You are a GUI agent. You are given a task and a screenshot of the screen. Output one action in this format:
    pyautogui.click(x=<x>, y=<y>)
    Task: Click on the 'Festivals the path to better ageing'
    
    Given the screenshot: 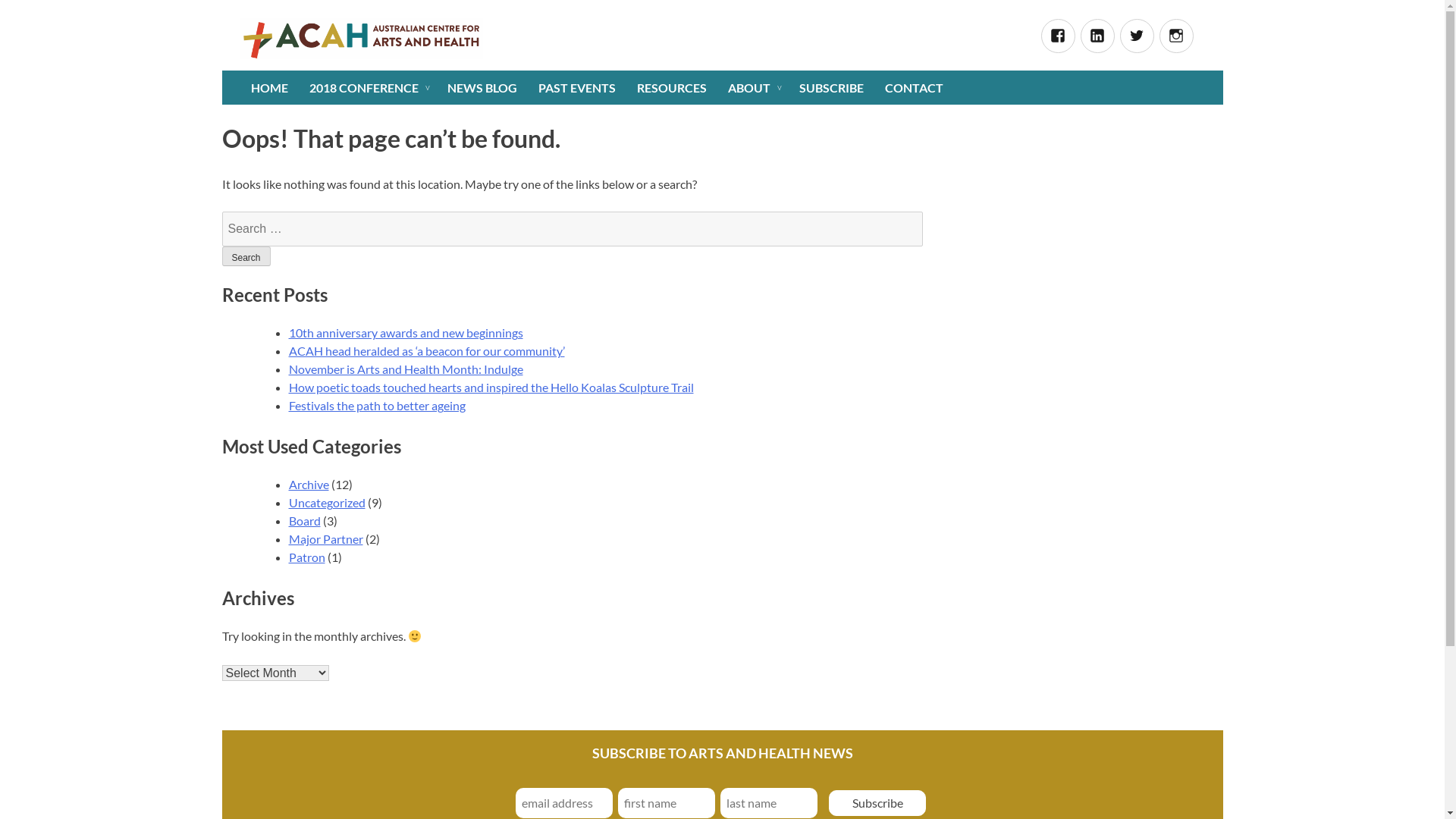 What is the action you would take?
    pyautogui.click(x=287, y=404)
    